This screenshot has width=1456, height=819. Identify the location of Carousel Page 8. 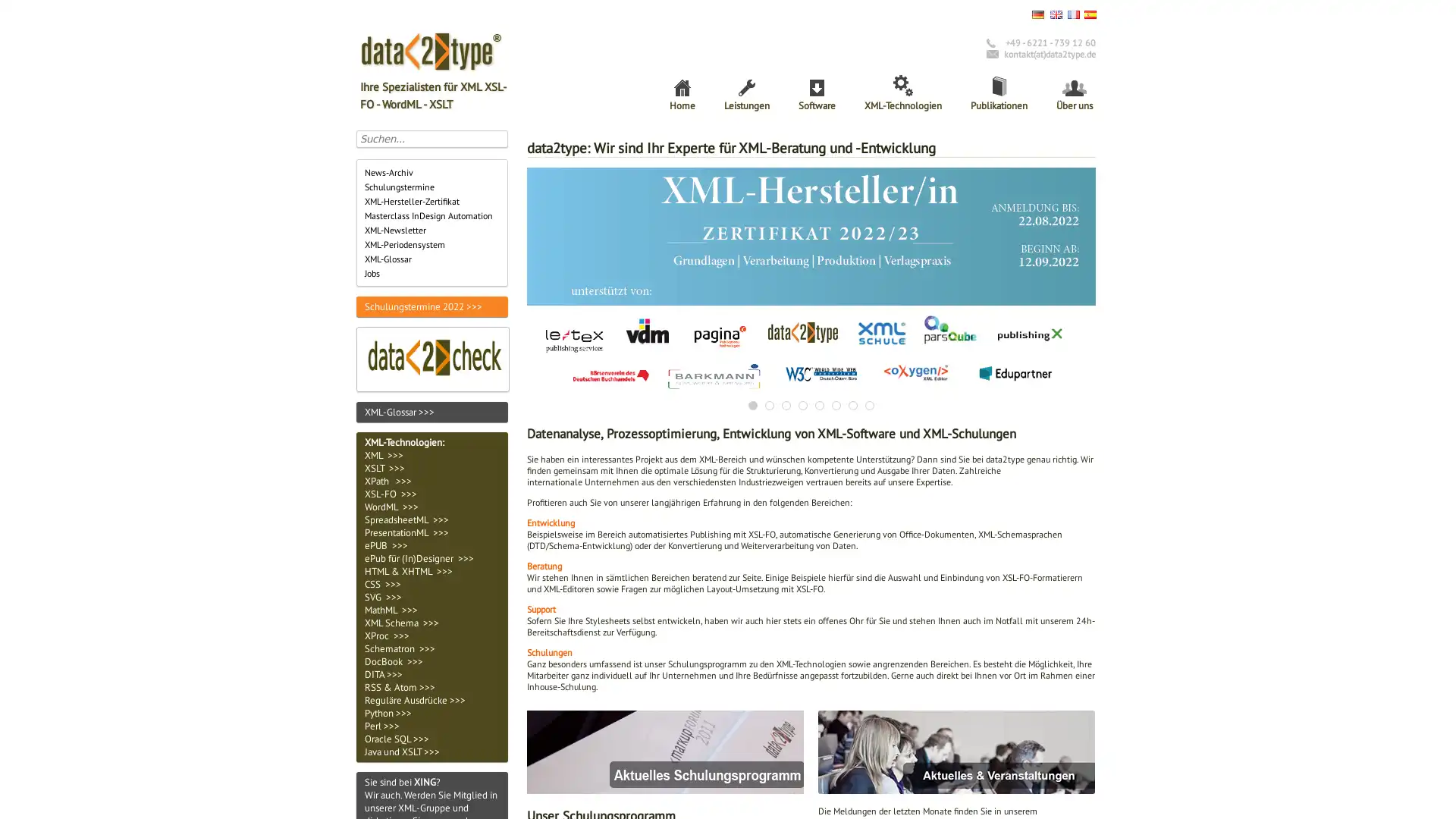
(870, 403).